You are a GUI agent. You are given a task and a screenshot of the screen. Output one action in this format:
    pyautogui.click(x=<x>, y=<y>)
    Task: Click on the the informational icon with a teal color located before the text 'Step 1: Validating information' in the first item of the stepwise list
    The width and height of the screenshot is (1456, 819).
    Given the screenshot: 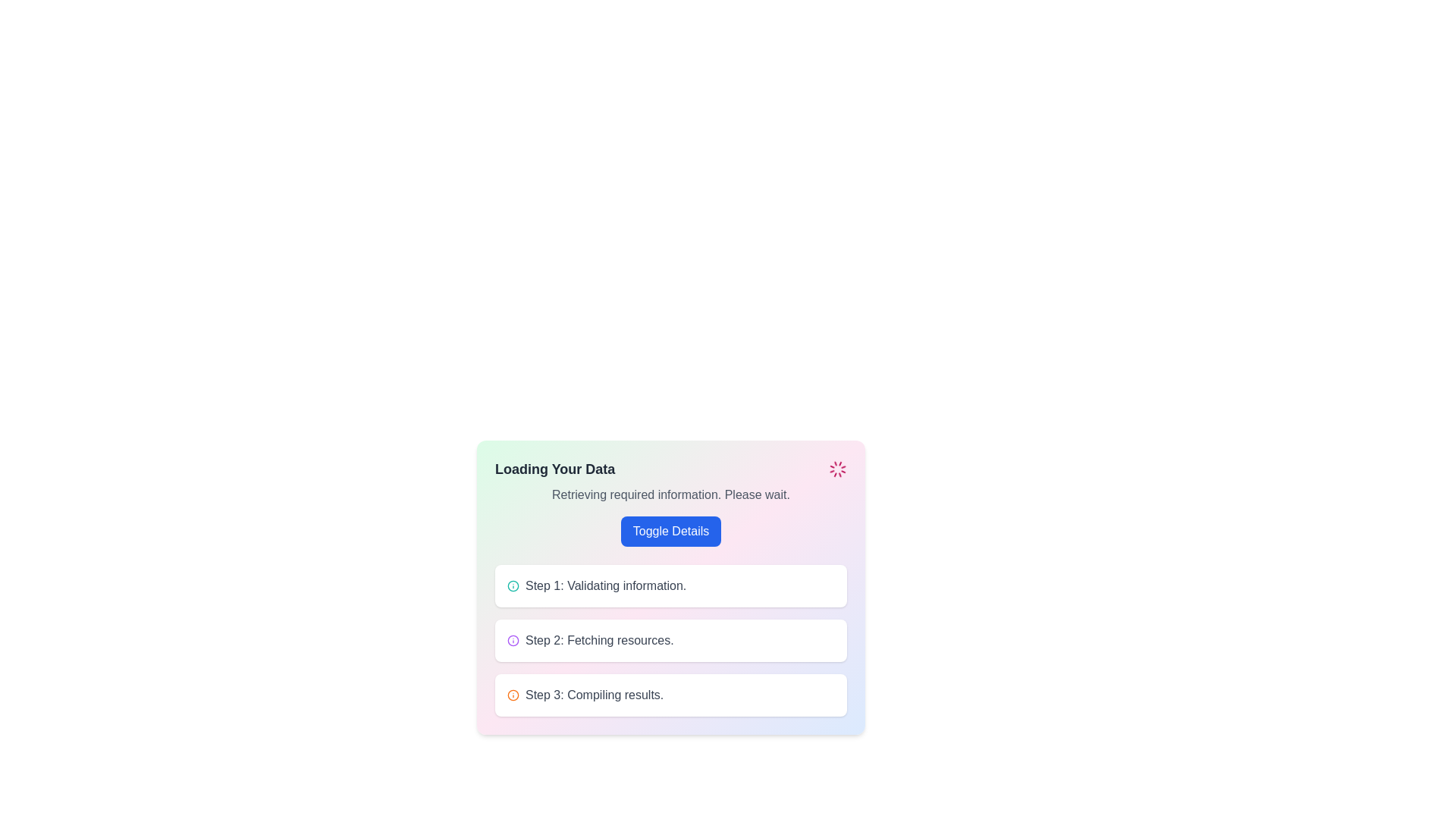 What is the action you would take?
    pyautogui.click(x=513, y=585)
    